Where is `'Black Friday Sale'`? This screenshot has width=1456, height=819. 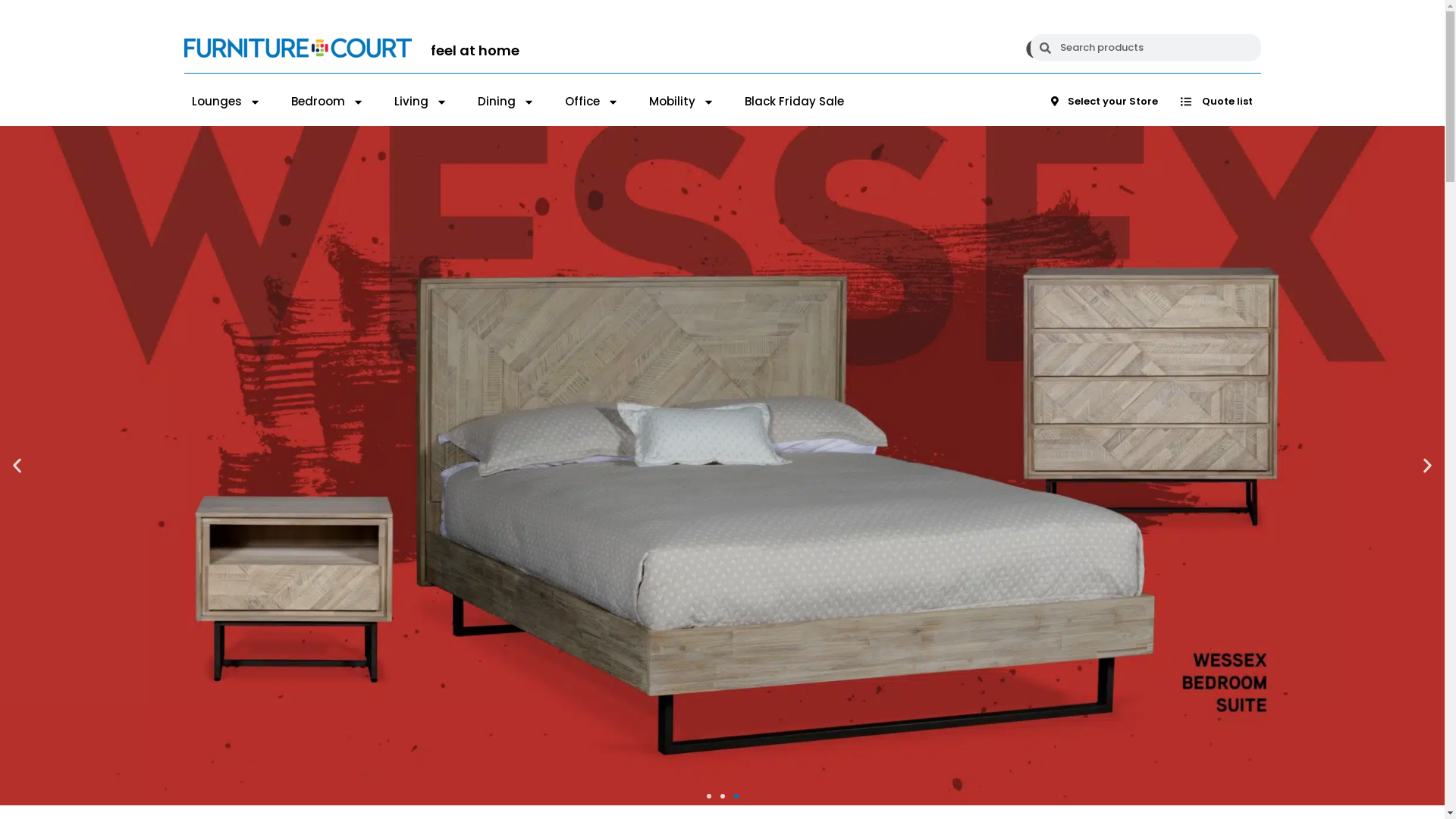 'Black Friday Sale' is located at coordinates (793, 102).